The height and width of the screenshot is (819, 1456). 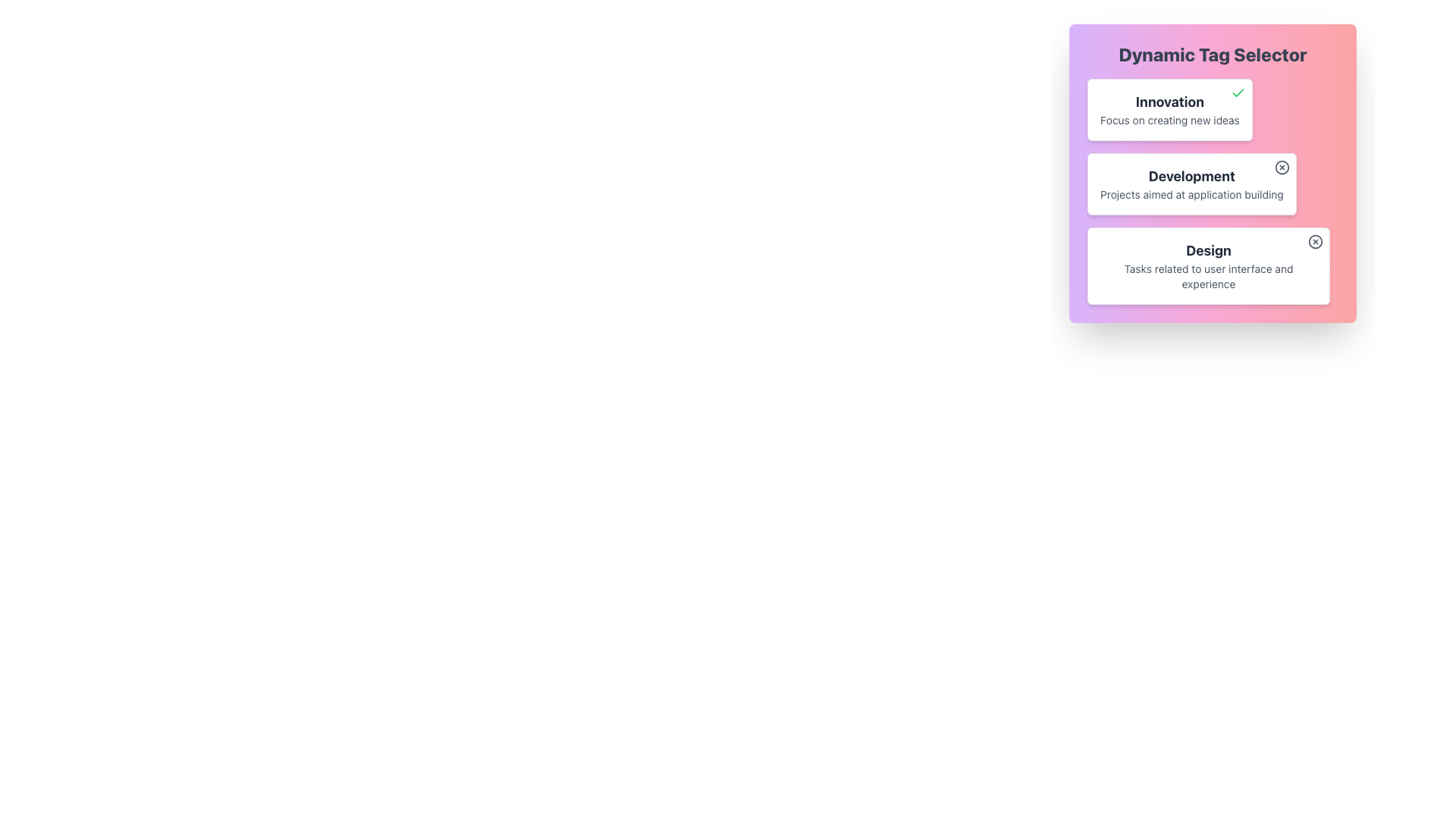 I want to click on the circular delete icon located at the center of the right-most icon in the 'Design' tag within the 'Dynamic Tag Selector' to initiate the deletion action, so click(x=1314, y=241).